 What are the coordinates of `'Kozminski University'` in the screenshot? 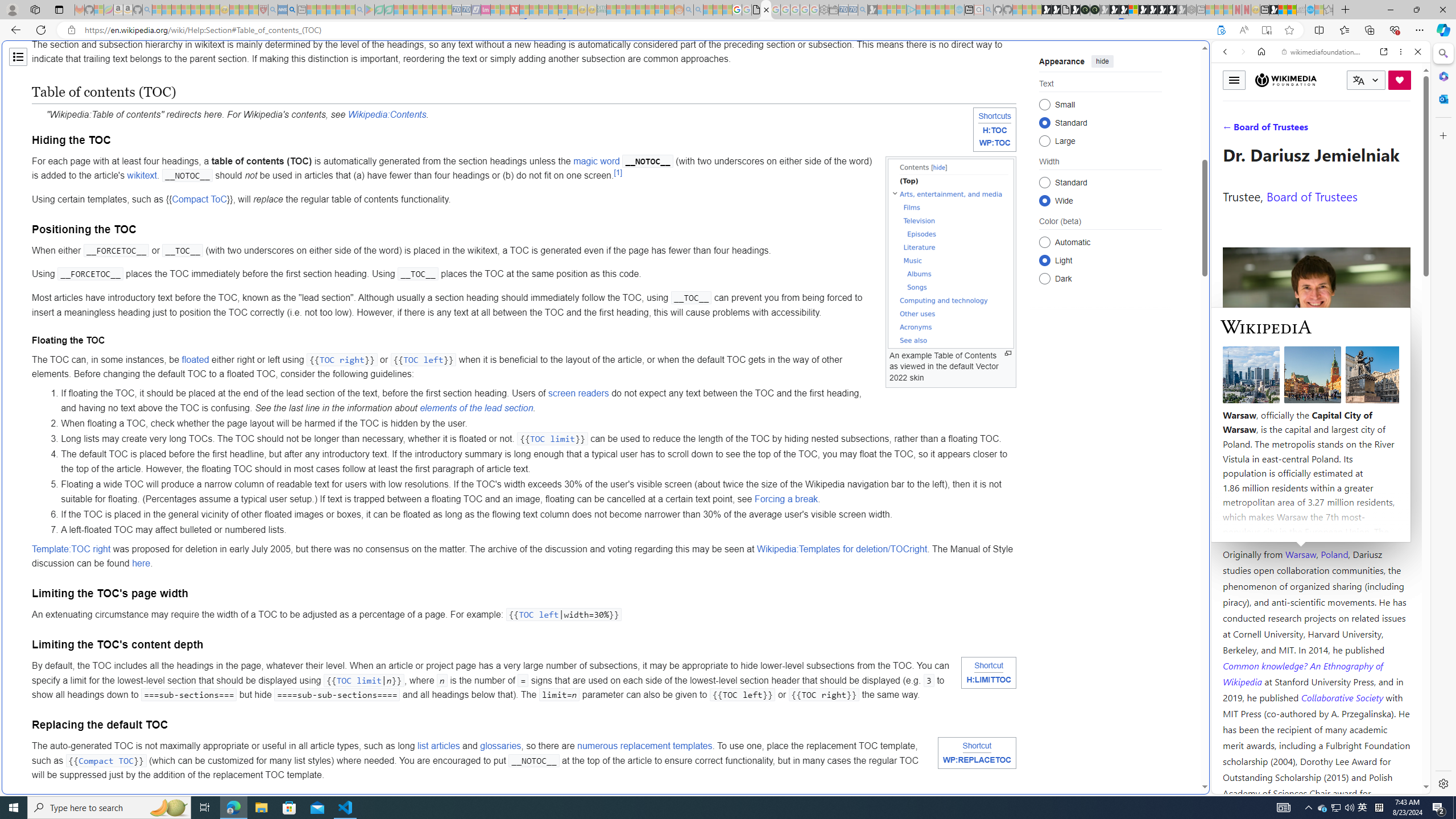 It's located at (1316, 486).